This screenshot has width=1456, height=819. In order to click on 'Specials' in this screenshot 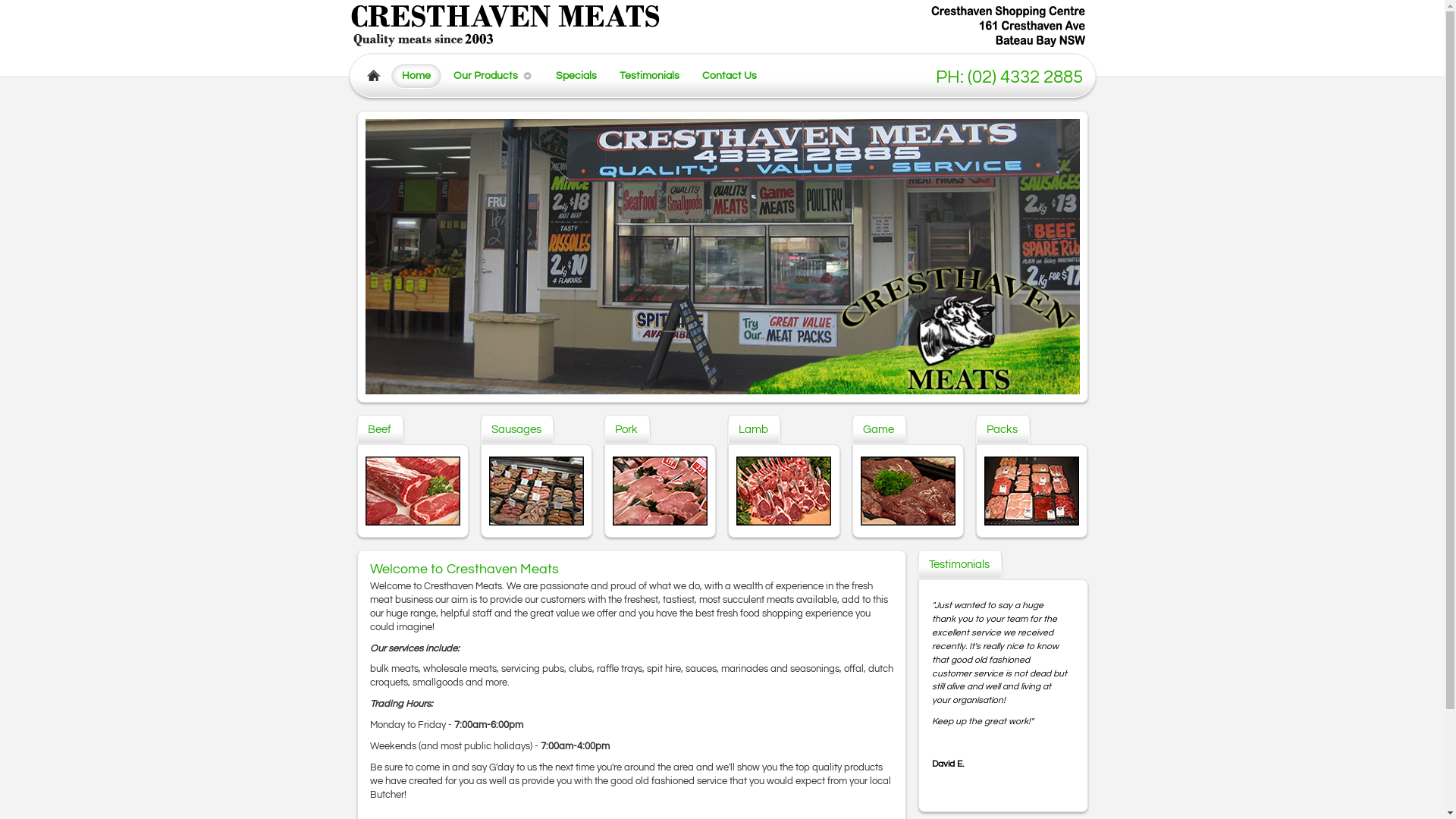, I will do `click(574, 75)`.